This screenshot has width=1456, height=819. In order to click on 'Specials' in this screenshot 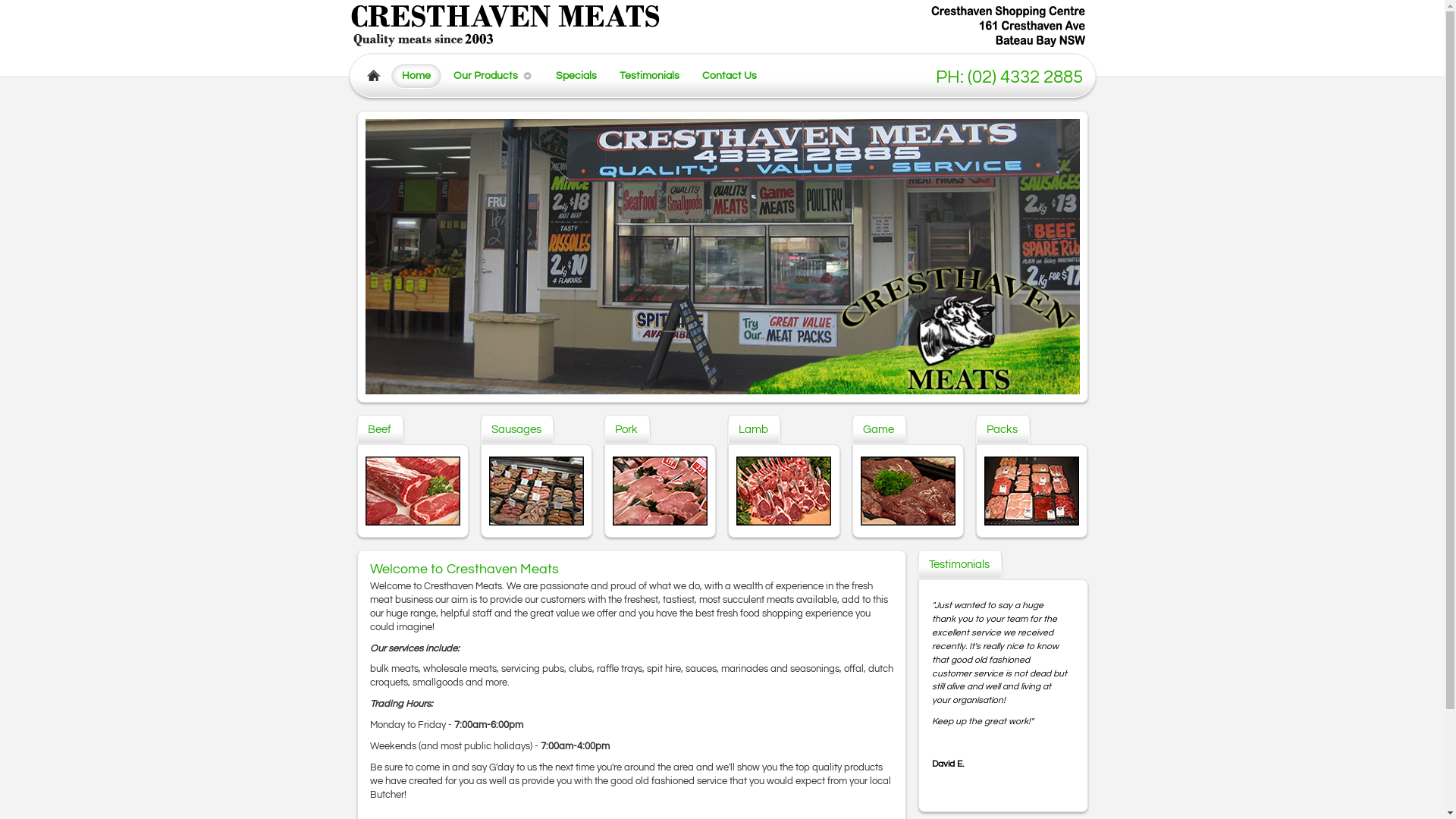, I will do `click(574, 75)`.